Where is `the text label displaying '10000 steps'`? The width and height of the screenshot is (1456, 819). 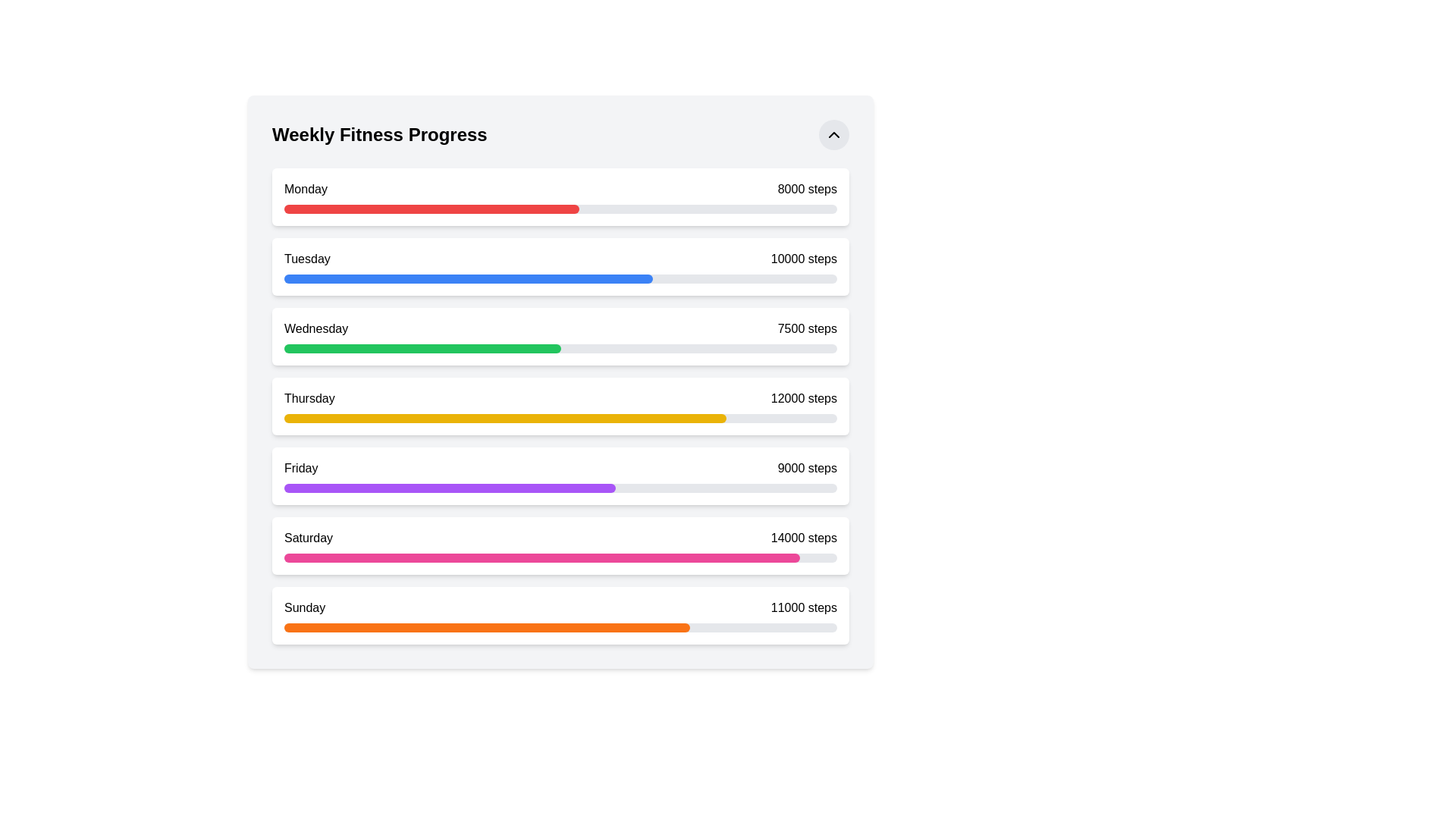 the text label displaying '10000 steps' is located at coordinates (803, 259).